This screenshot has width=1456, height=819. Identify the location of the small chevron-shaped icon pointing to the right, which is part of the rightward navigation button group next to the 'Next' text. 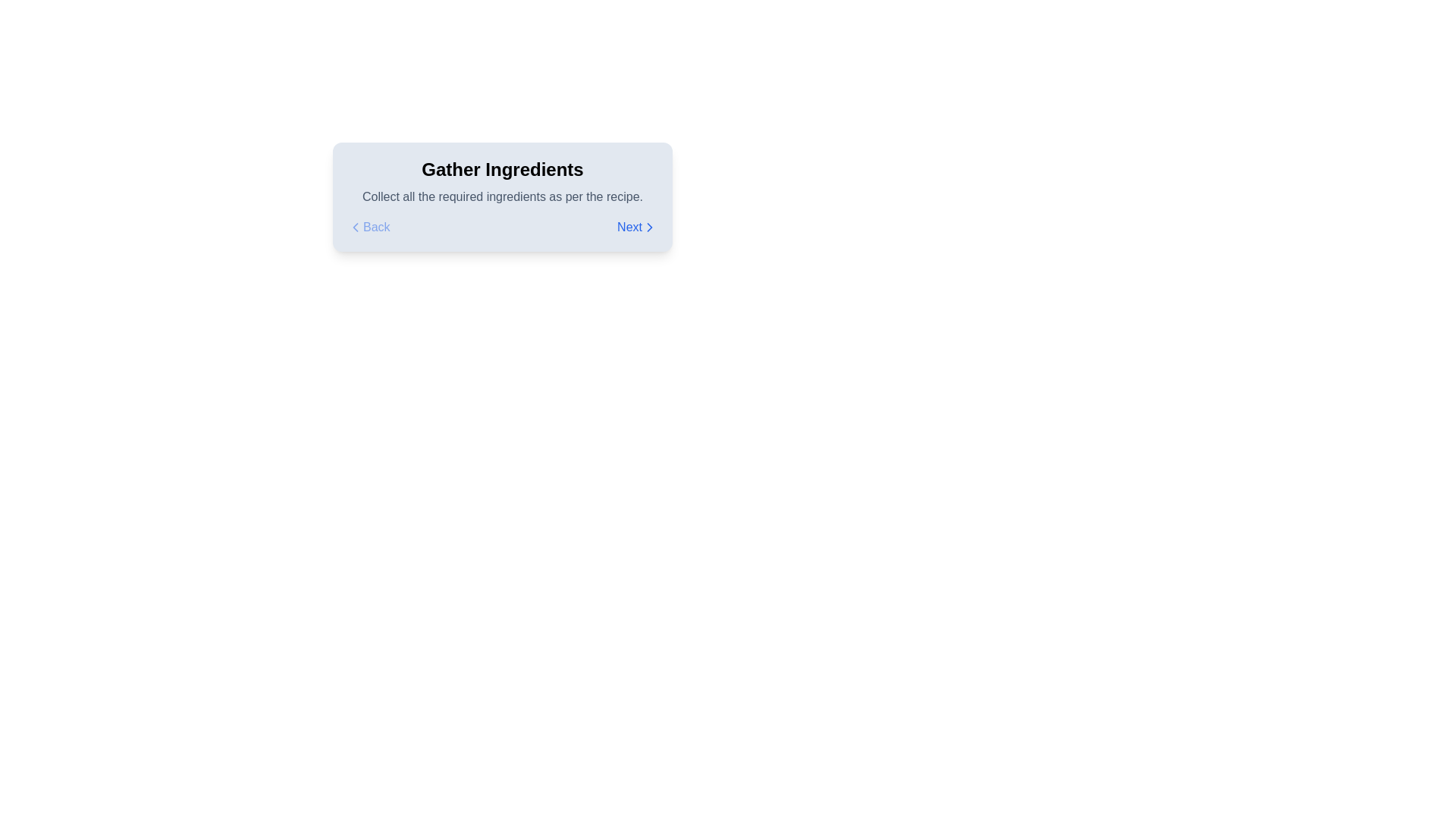
(650, 227).